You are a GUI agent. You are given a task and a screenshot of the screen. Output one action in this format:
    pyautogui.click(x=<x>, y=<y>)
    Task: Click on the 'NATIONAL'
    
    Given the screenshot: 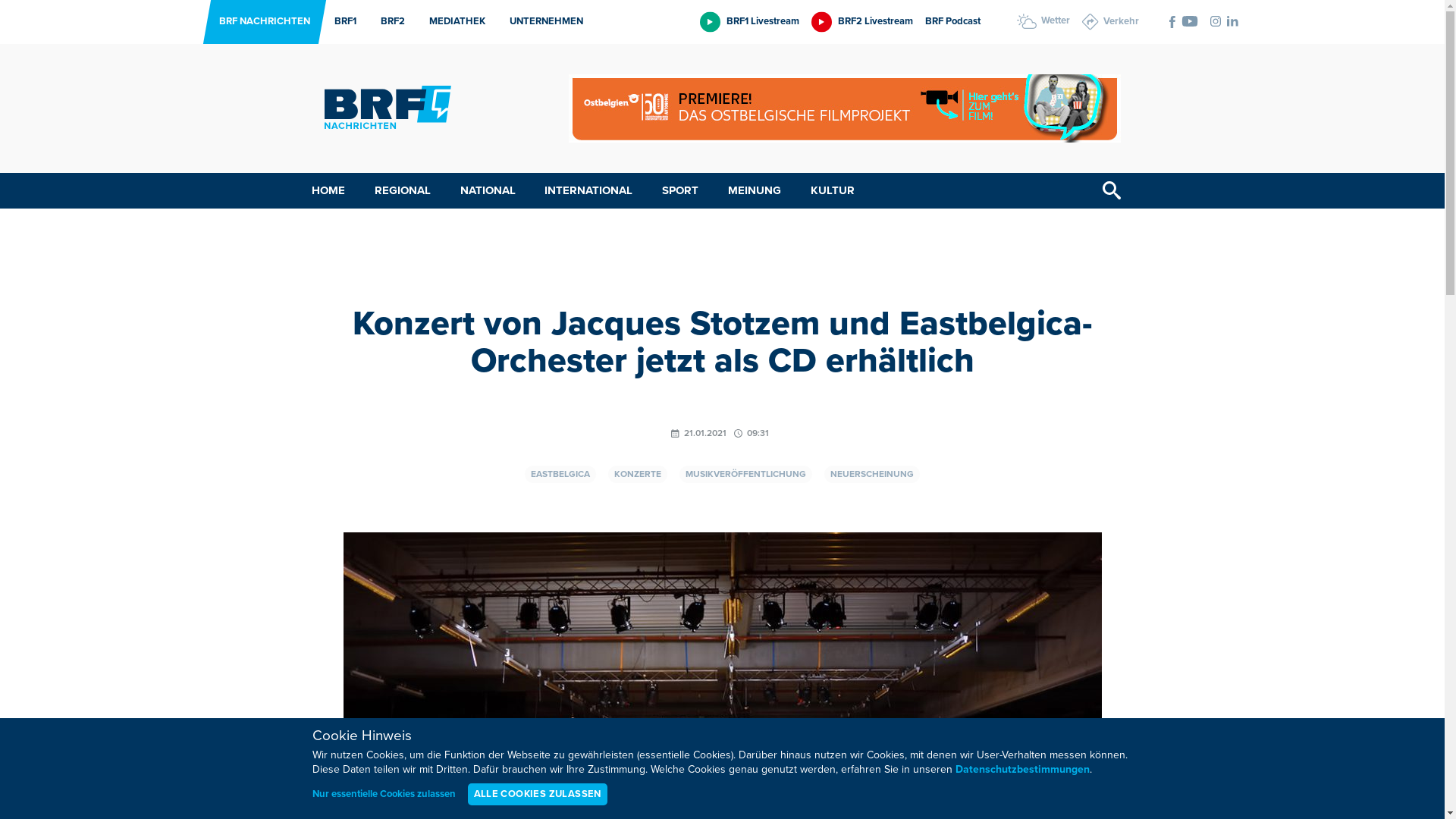 What is the action you would take?
    pyautogui.click(x=488, y=190)
    